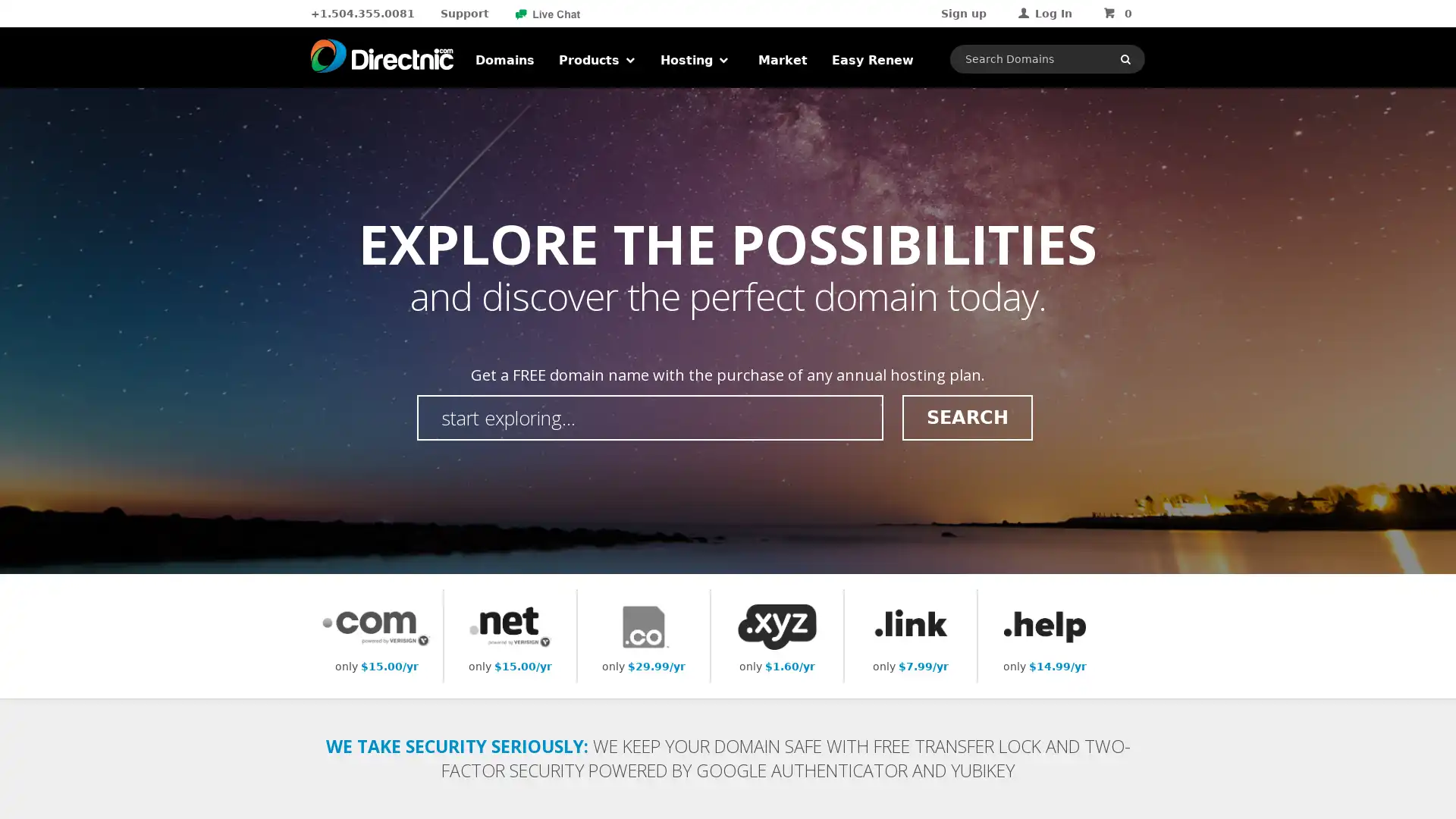  I want to click on SEARCH, so click(966, 417).